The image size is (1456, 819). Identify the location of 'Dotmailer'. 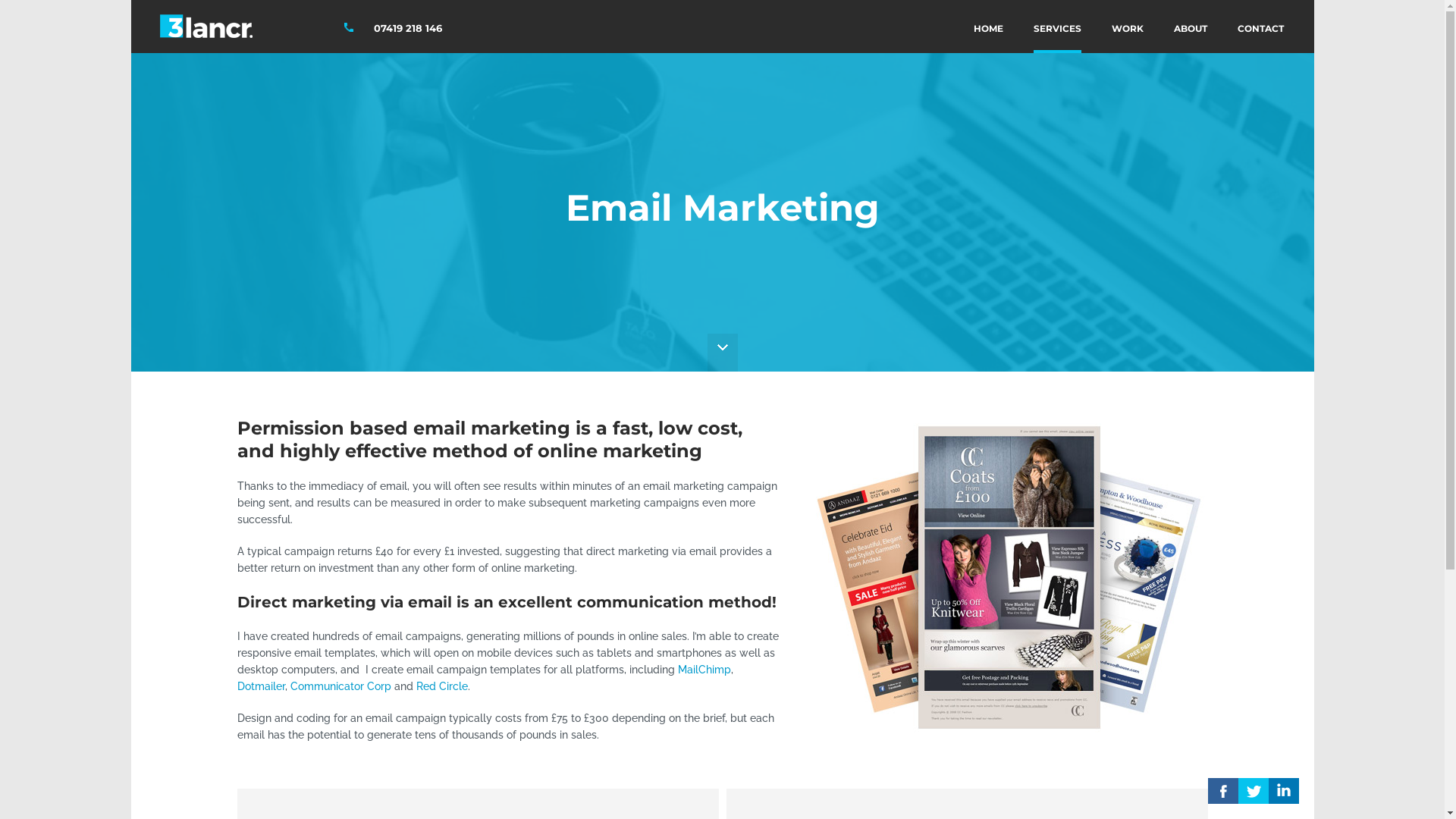
(260, 686).